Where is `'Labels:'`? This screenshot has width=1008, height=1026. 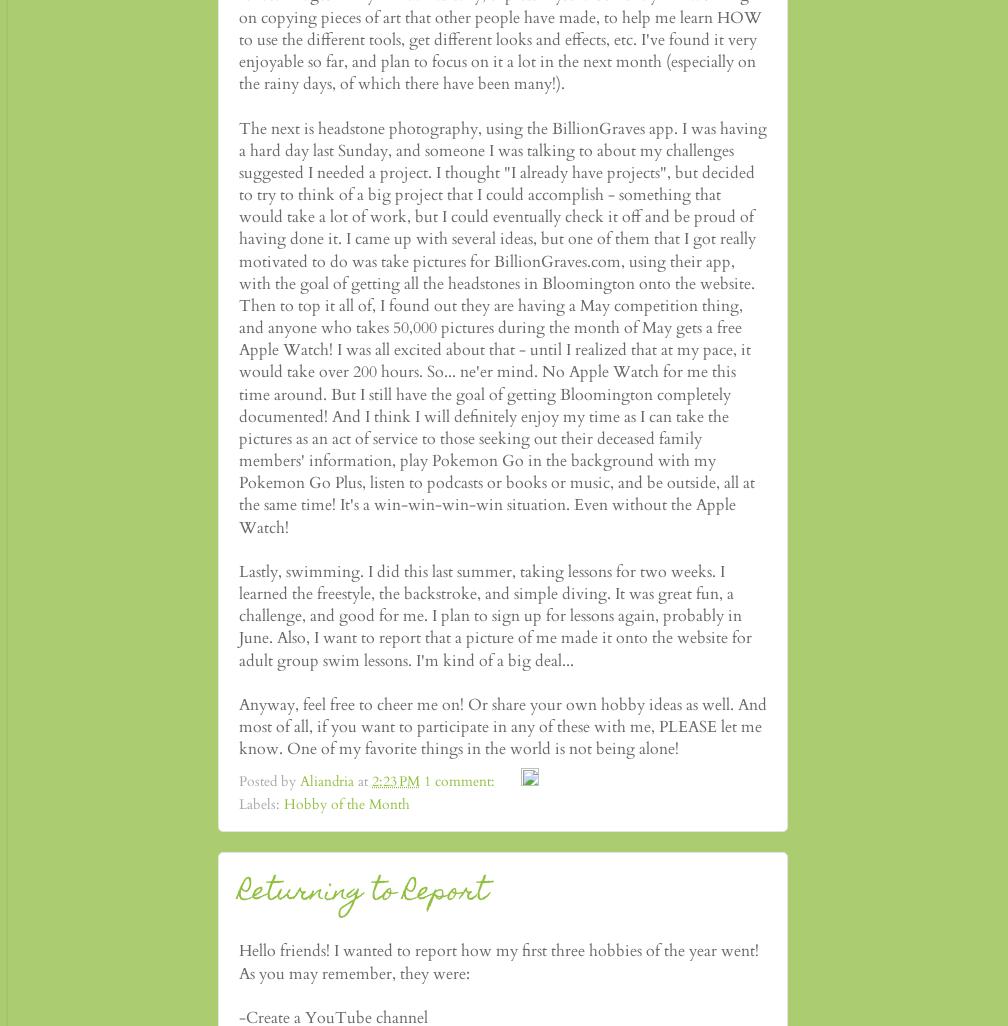 'Labels:' is located at coordinates (261, 802).